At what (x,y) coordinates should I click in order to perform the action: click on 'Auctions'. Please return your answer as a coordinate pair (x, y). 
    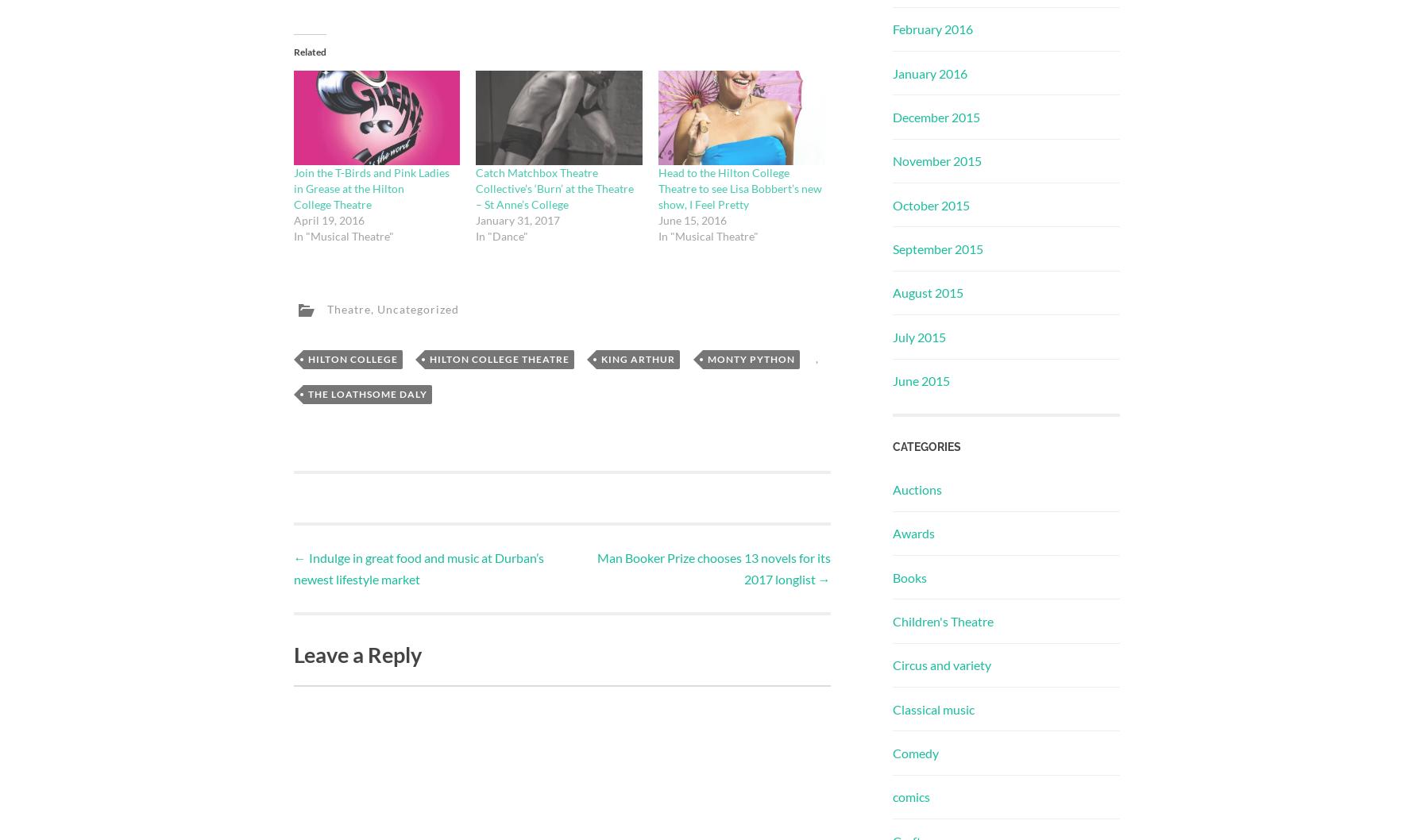
    Looking at the image, I should click on (917, 488).